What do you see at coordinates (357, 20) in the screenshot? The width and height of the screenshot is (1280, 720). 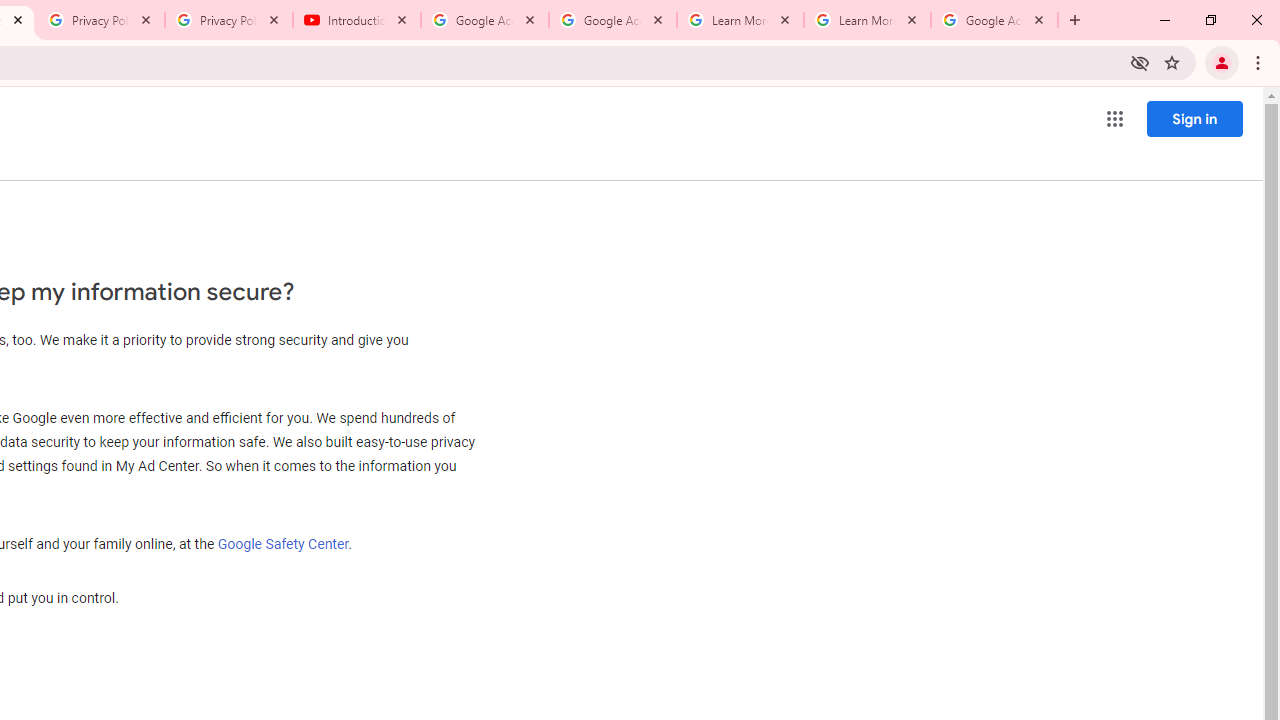 I see `'Introduction | Google Privacy Policy - YouTube'` at bounding box center [357, 20].